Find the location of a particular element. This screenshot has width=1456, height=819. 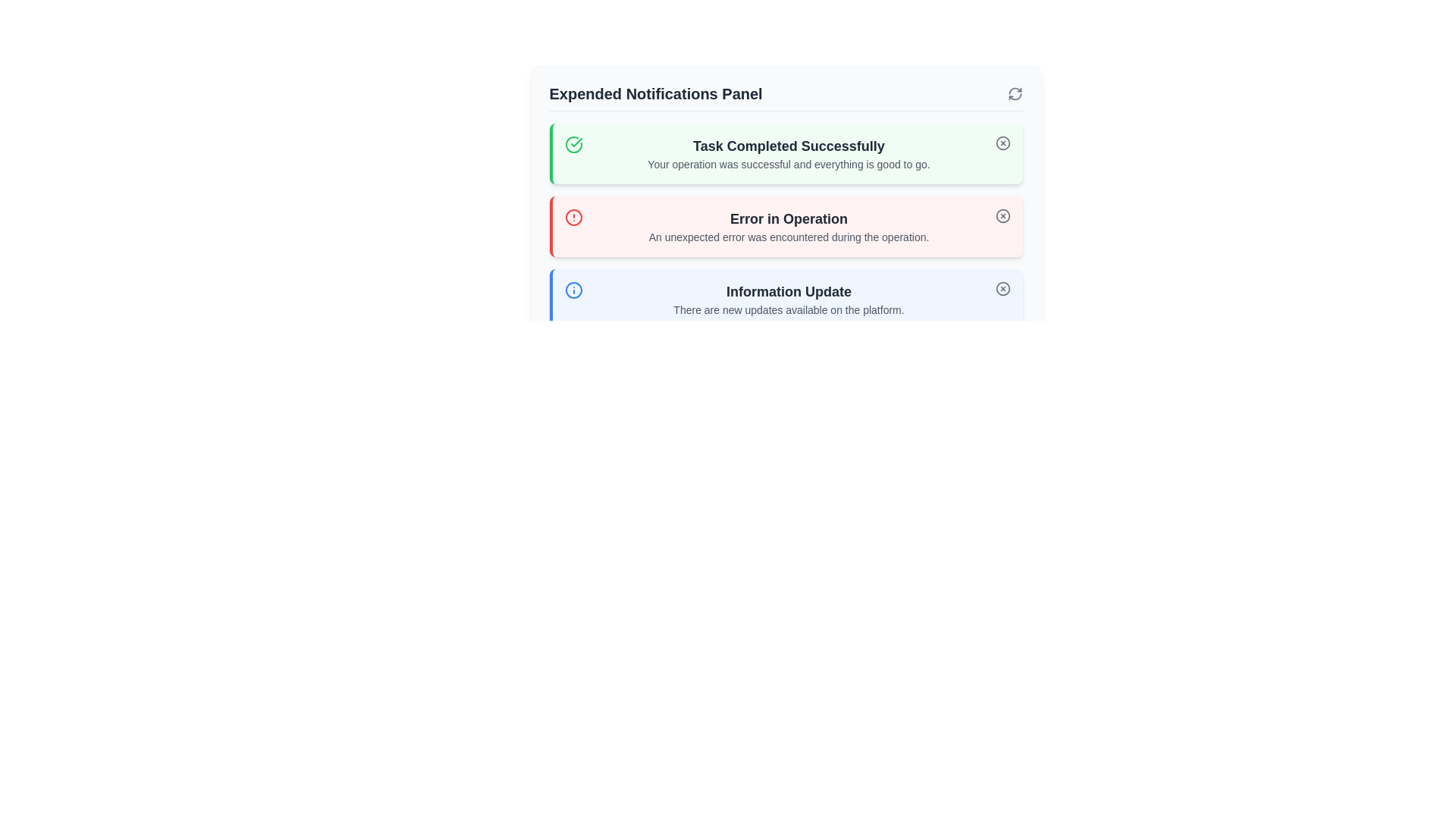

visual indication of the checkmark icon that signifies the successful completion of the task in the notification titled 'Task Completed Successfully' is located at coordinates (575, 143).